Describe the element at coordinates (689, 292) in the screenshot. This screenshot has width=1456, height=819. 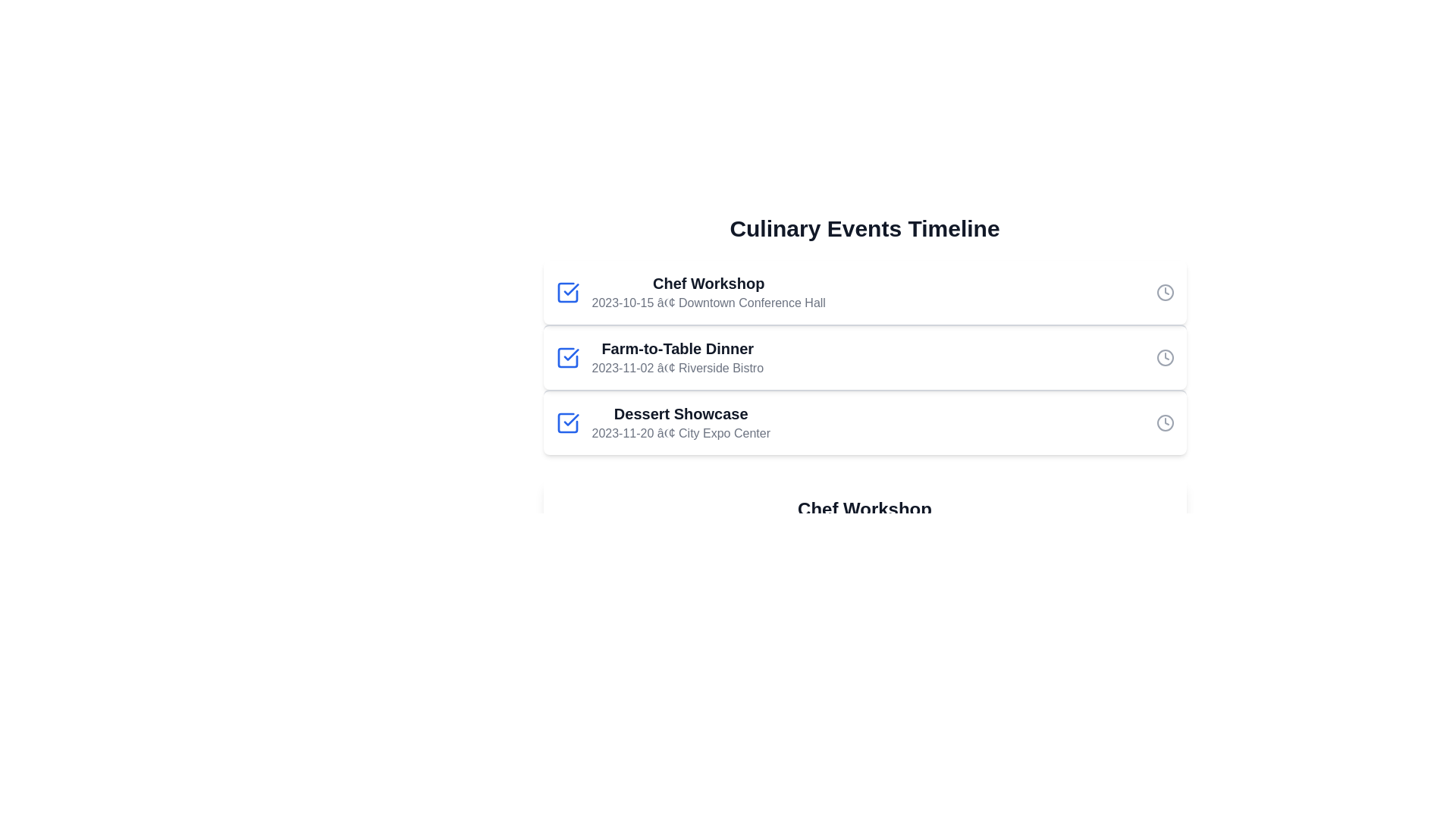
I see `the first list item labeled 'Chef Workshop'` at that location.